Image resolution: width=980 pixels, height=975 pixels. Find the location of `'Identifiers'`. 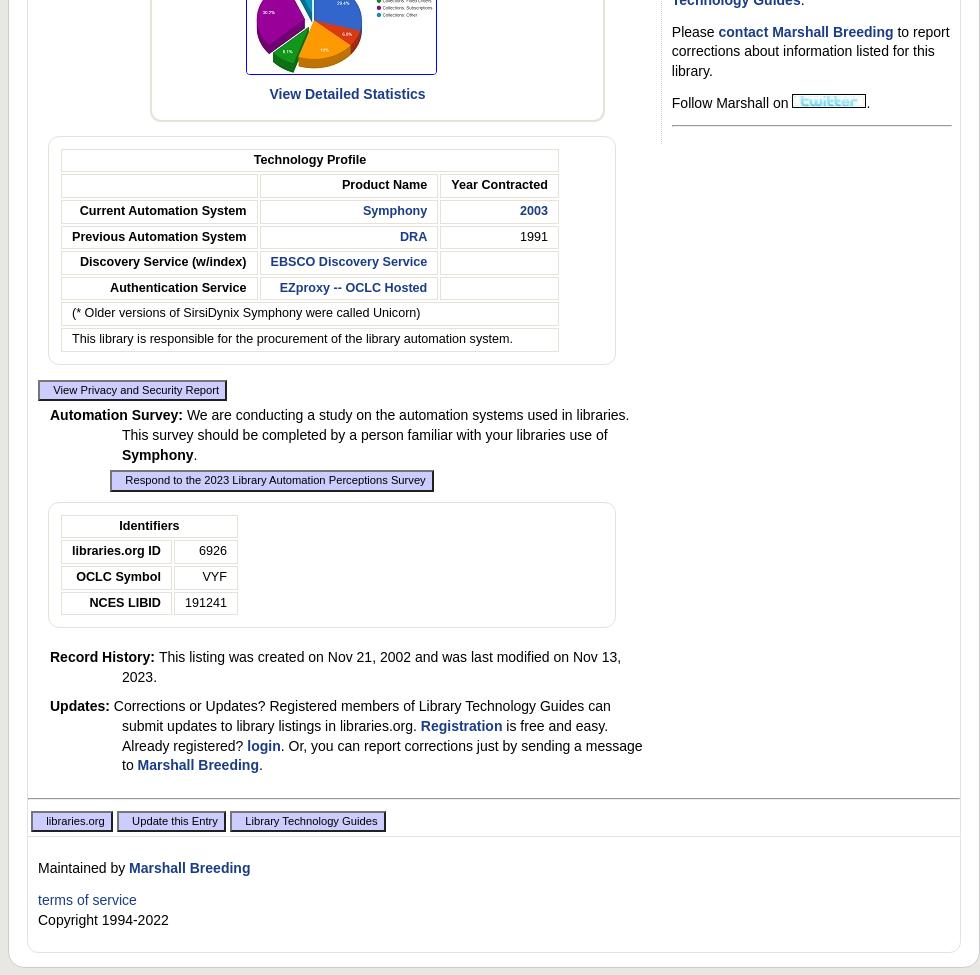

'Identifiers' is located at coordinates (148, 524).